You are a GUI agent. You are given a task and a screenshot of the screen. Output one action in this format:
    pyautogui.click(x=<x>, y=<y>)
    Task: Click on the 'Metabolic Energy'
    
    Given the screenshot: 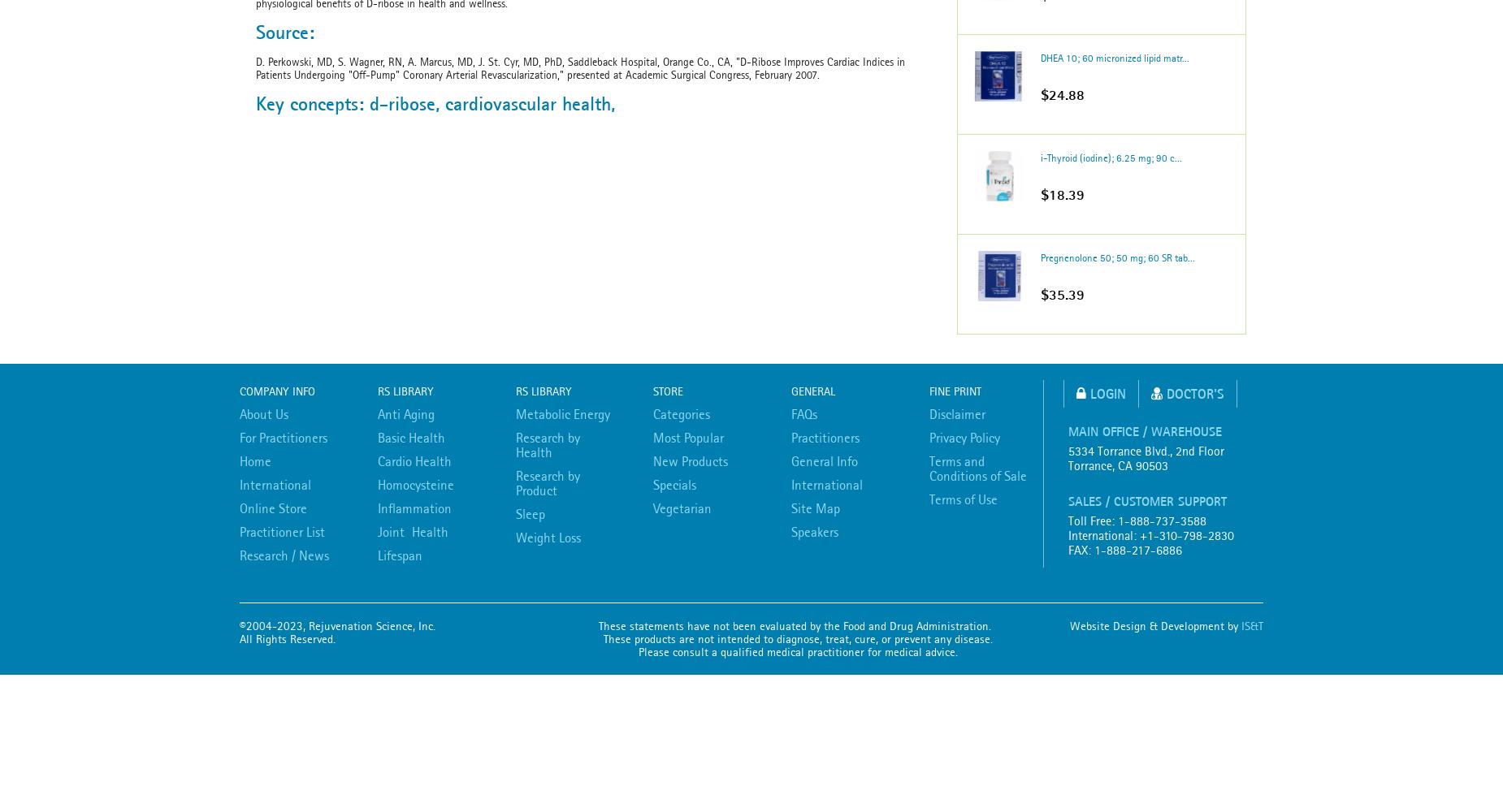 What is the action you would take?
    pyautogui.click(x=562, y=414)
    